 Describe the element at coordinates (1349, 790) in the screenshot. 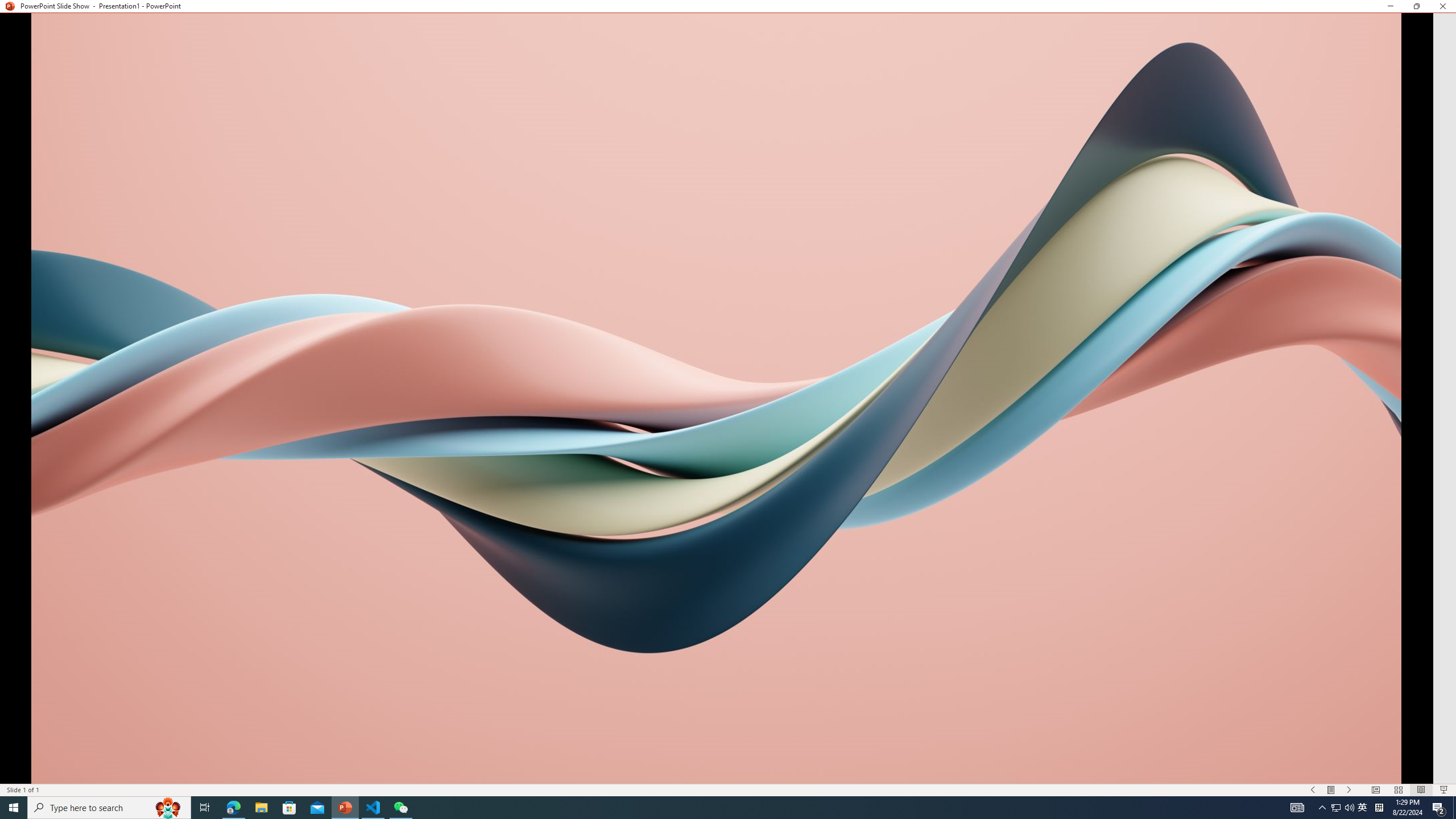

I see `'Slide Show Next On'` at that location.